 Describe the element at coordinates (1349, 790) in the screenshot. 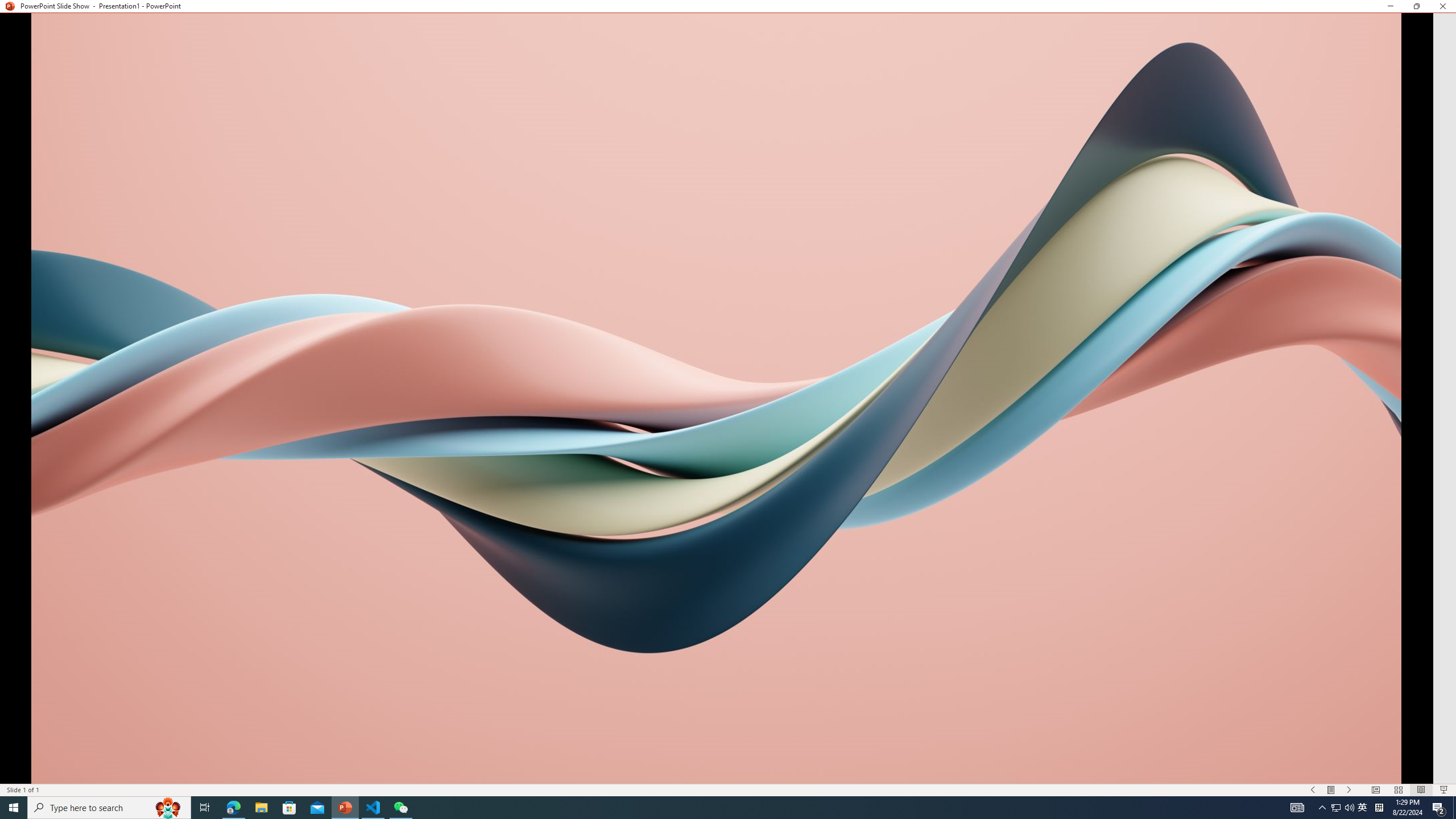

I see `'Slide Show Next On'` at that location.